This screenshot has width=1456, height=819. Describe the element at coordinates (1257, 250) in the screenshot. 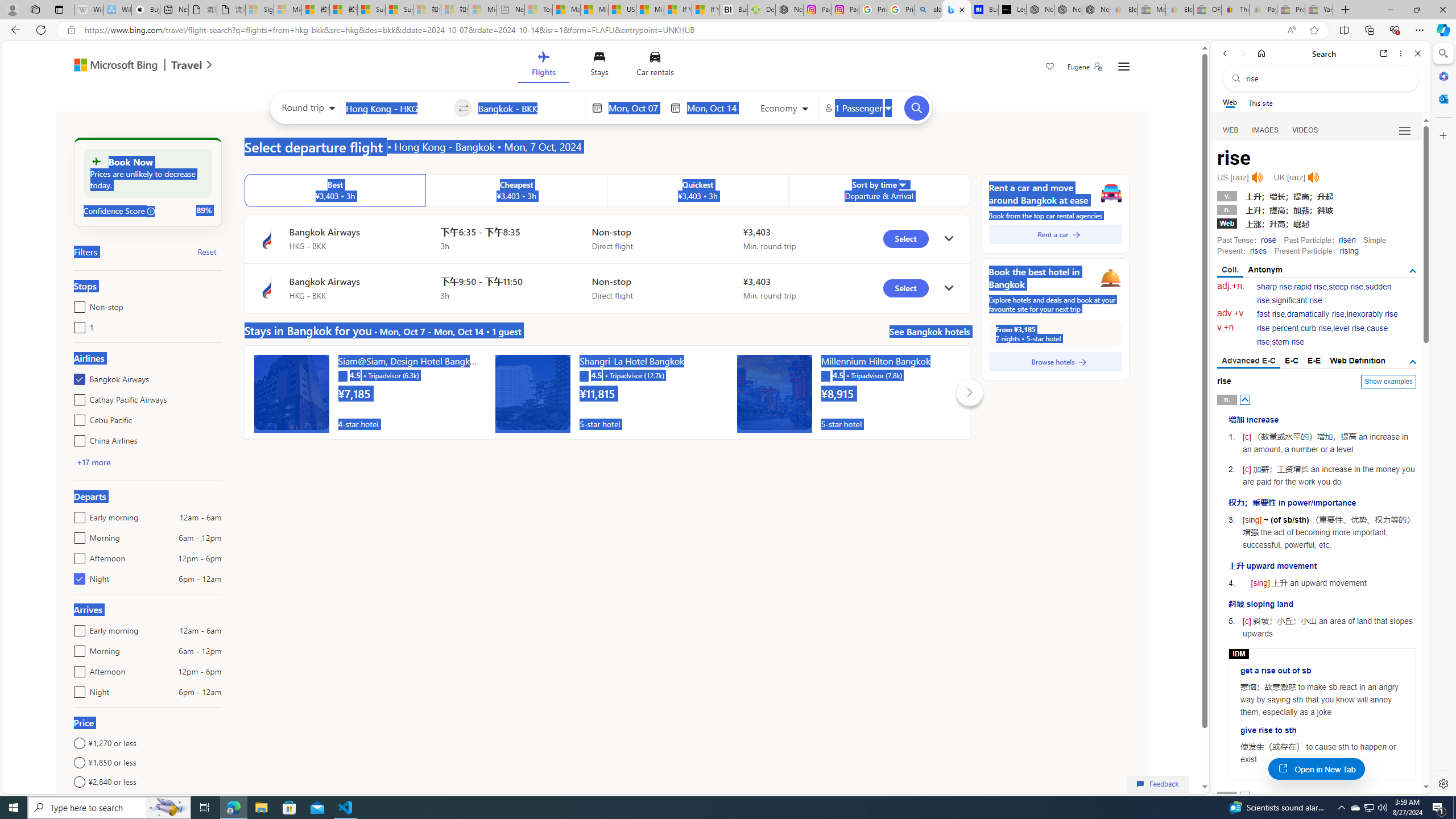

I see `'rises'` at that location.